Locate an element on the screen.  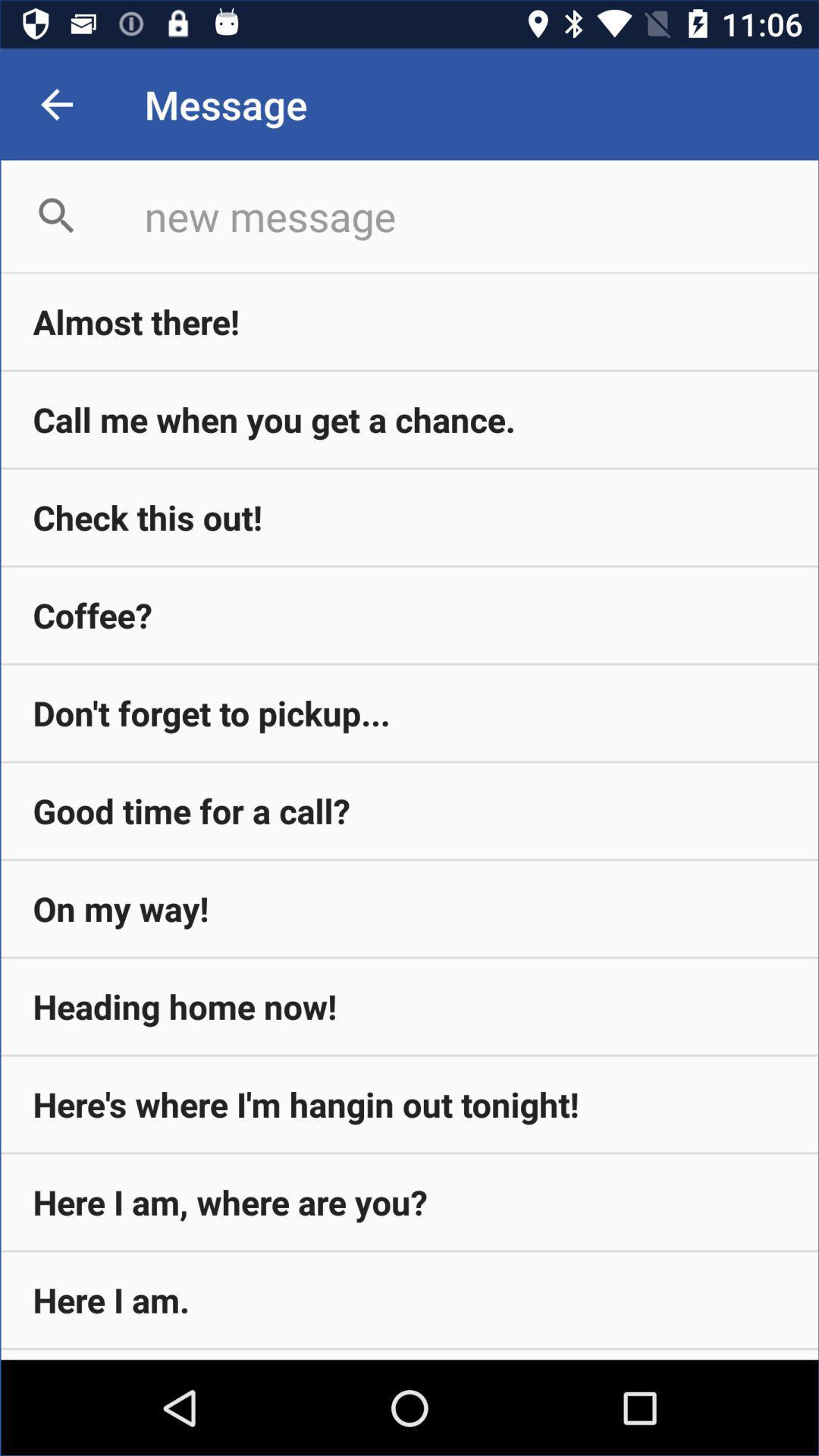
item below the on my way! icon is located at coordinates (409, 1006).